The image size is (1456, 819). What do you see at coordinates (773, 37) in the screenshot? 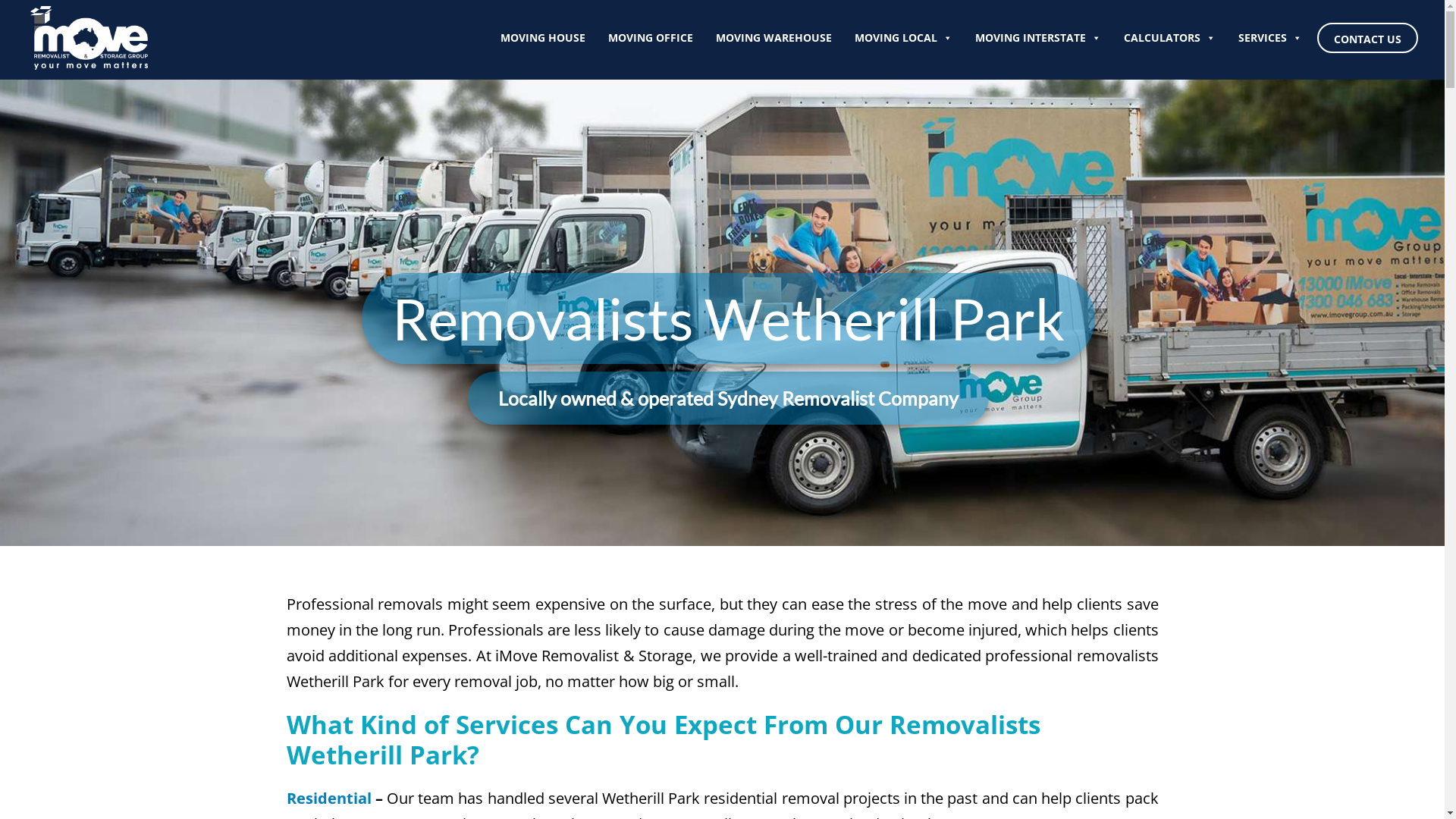
I see `'MOVING WAREHOUSE'` at bounding box center [773, 37].